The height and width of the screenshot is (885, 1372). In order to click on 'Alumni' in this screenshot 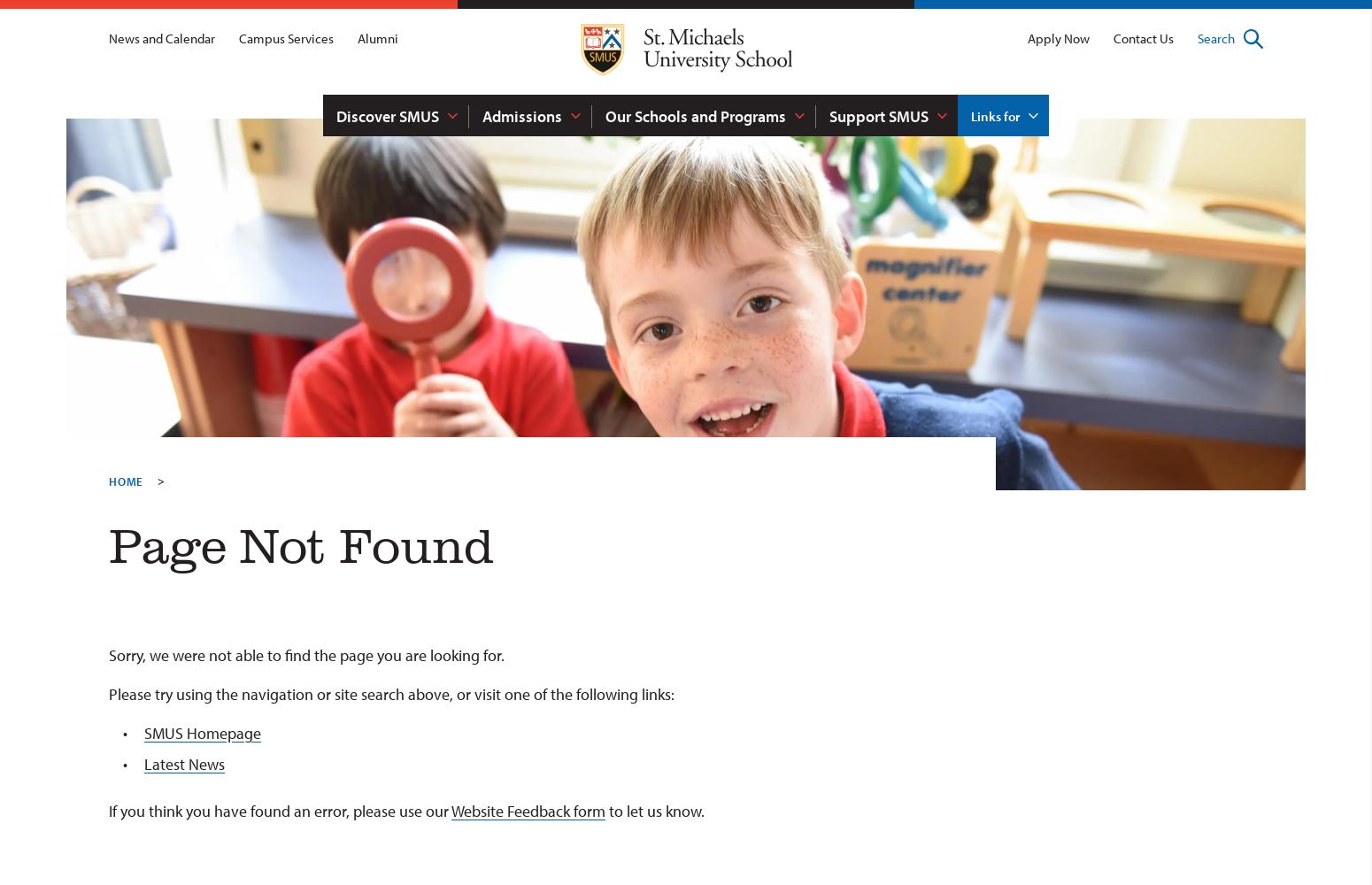, I will do `click(378, 38)`.